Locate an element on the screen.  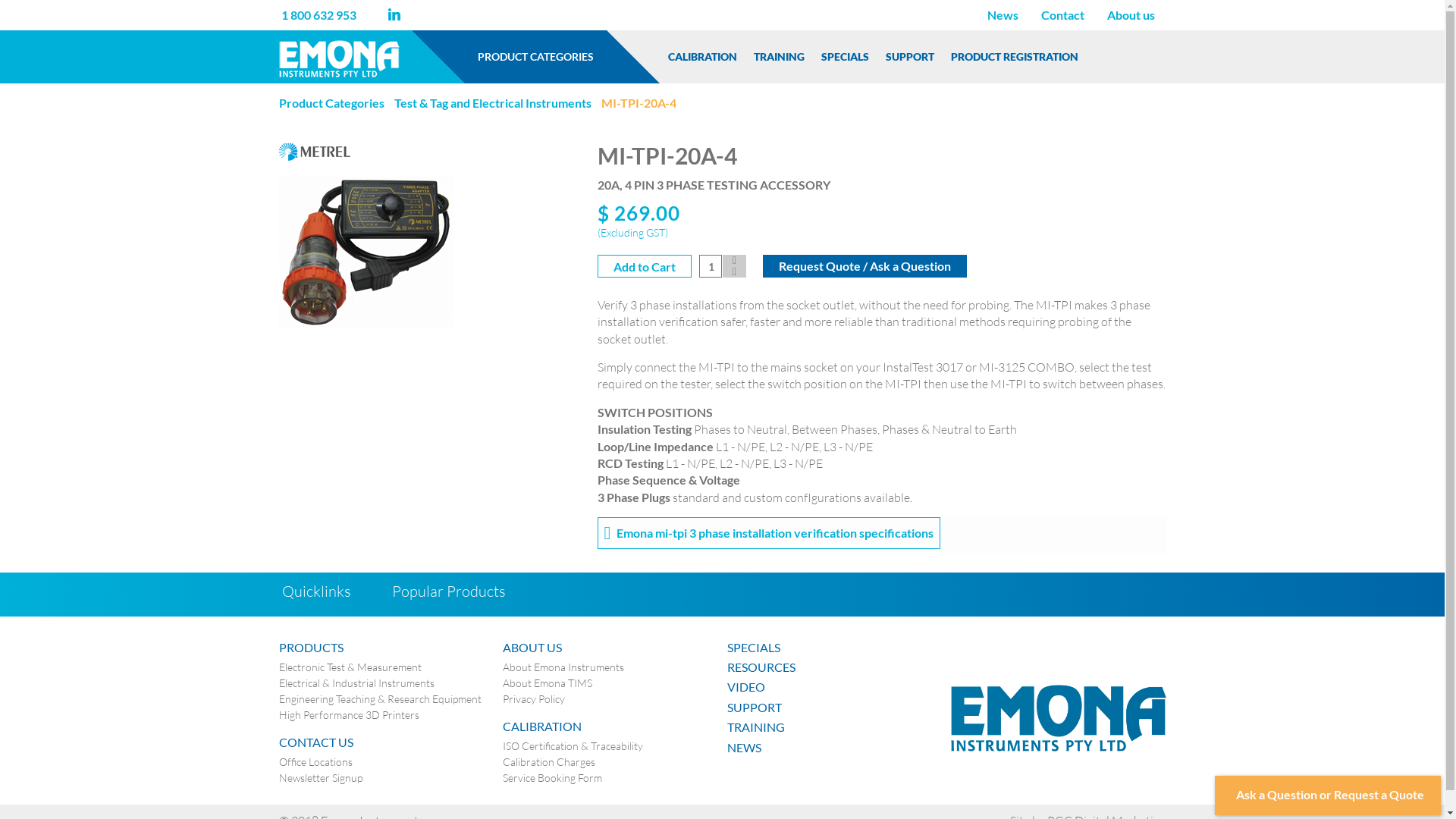
'Contact' is located at coordinates (1062, 14).